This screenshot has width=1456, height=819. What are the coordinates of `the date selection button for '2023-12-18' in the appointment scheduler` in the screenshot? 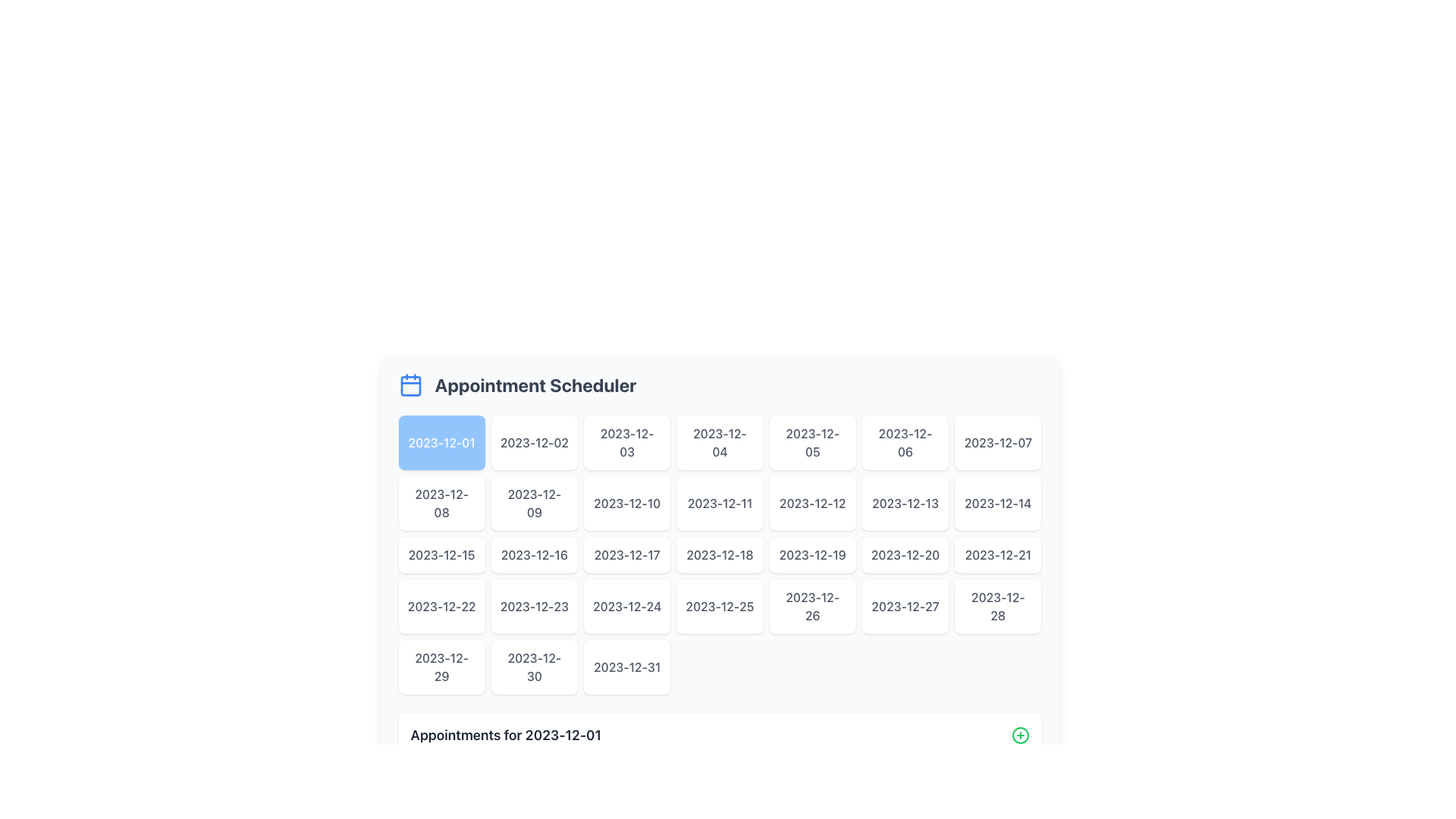 It's located at (719, 555).